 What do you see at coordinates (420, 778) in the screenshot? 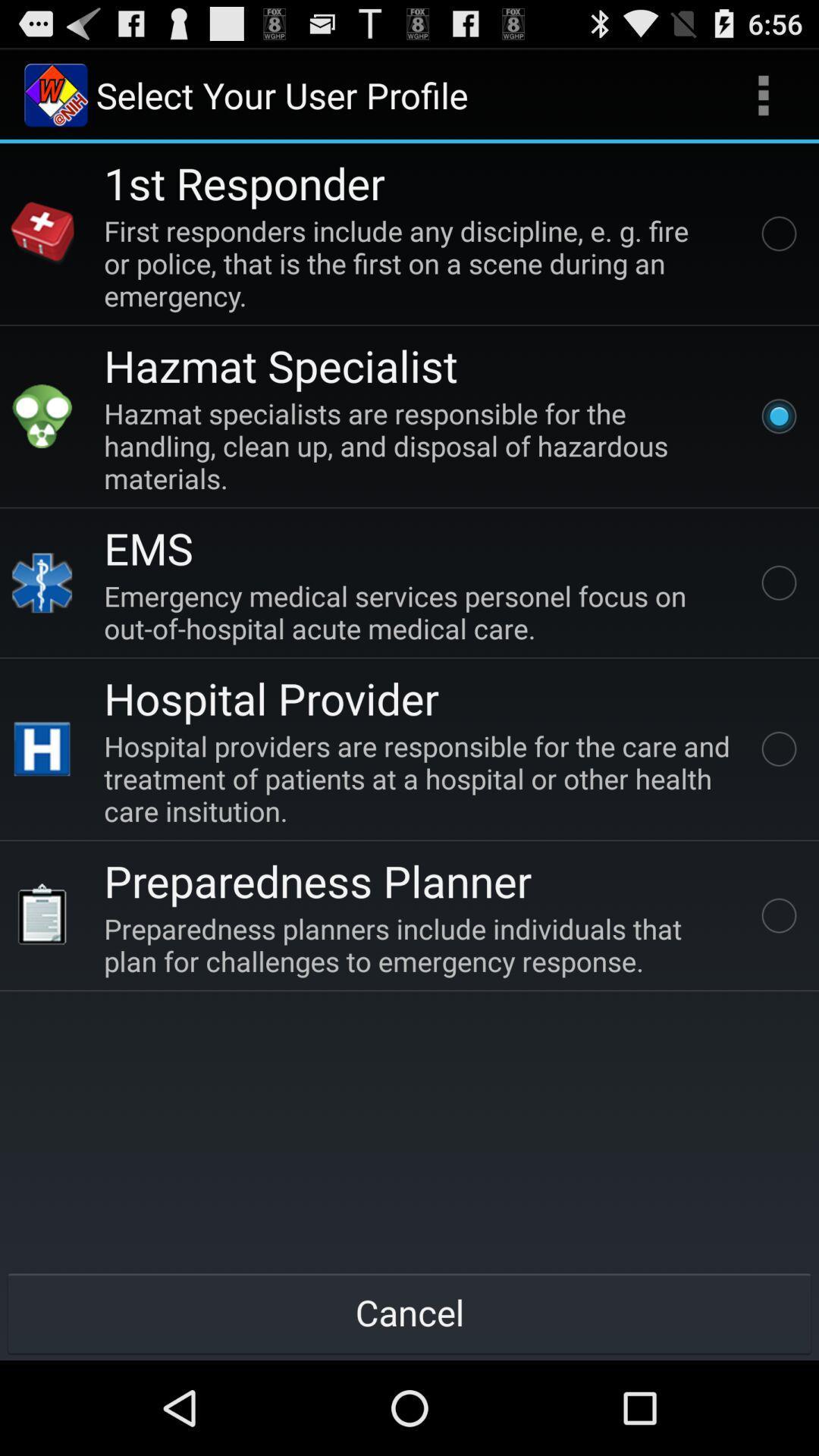
I see `the hospital providers are app` at bounding box center [420, 778].